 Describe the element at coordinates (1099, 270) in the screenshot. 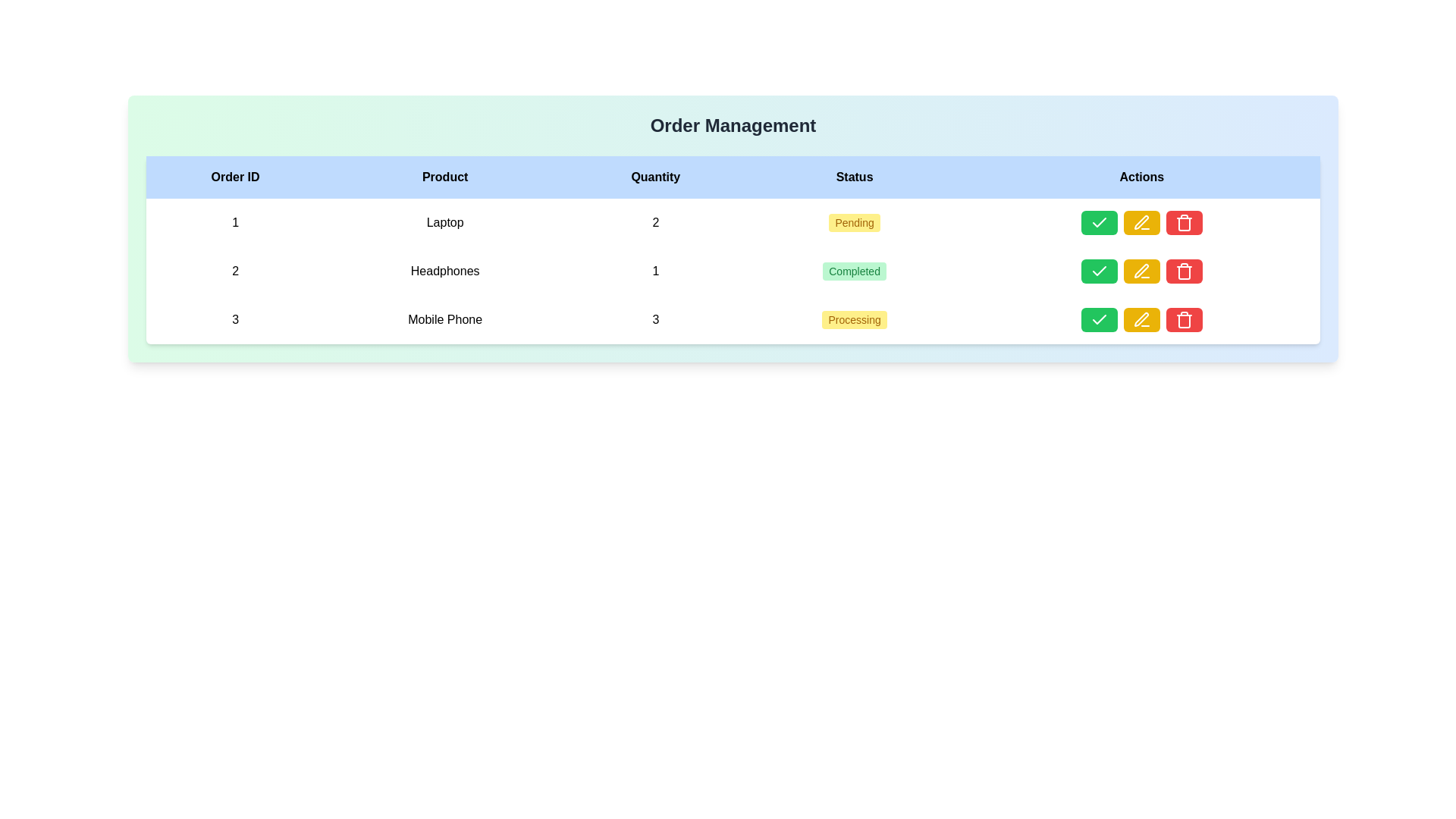

I see `the icon in the 'Actions' column of the second row corresponding to the product 'Headphones' to confirm the associated action or status` at that location.